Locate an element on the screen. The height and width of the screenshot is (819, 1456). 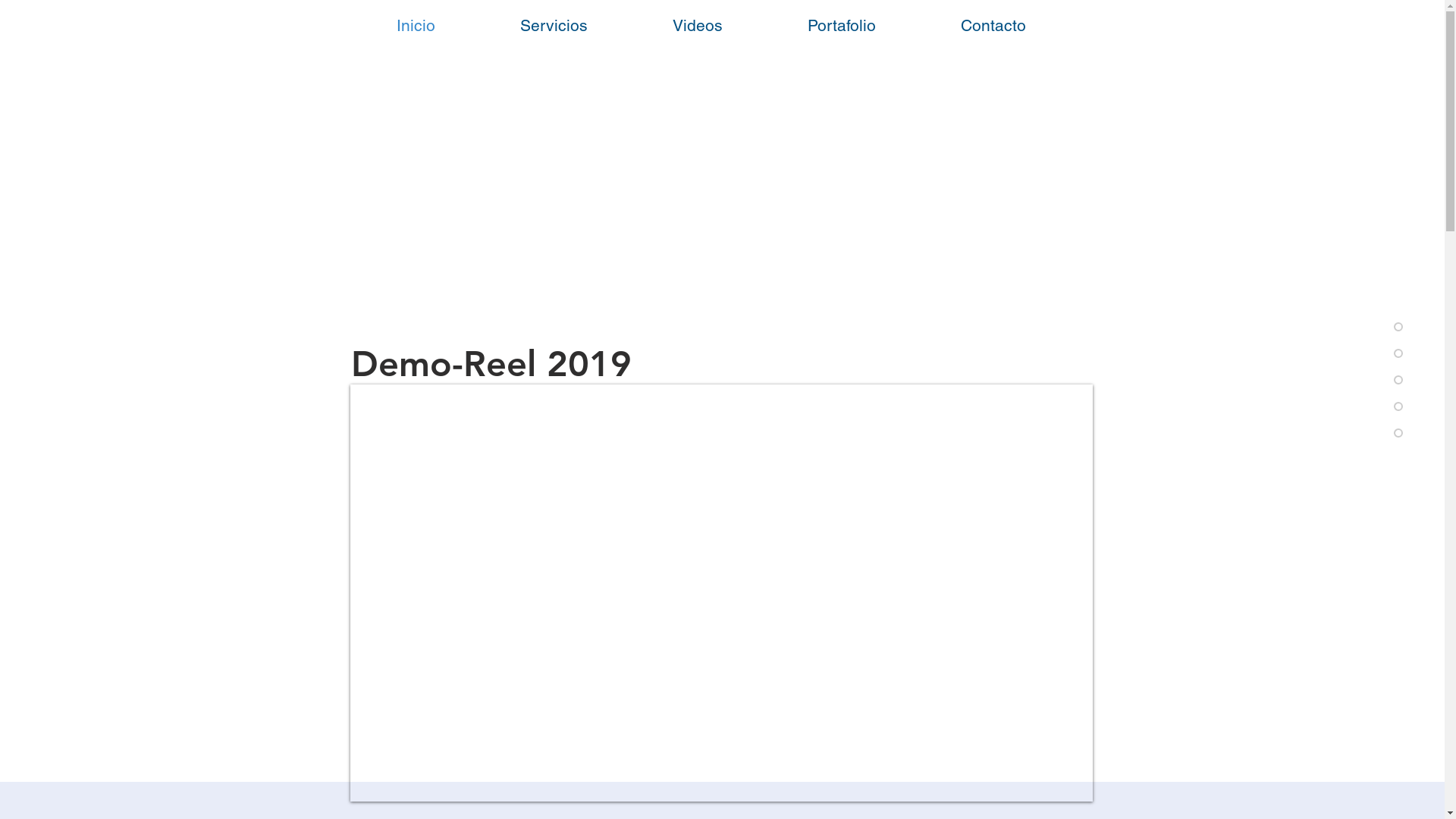
'Inicio' is located at coordinates (415, 25).